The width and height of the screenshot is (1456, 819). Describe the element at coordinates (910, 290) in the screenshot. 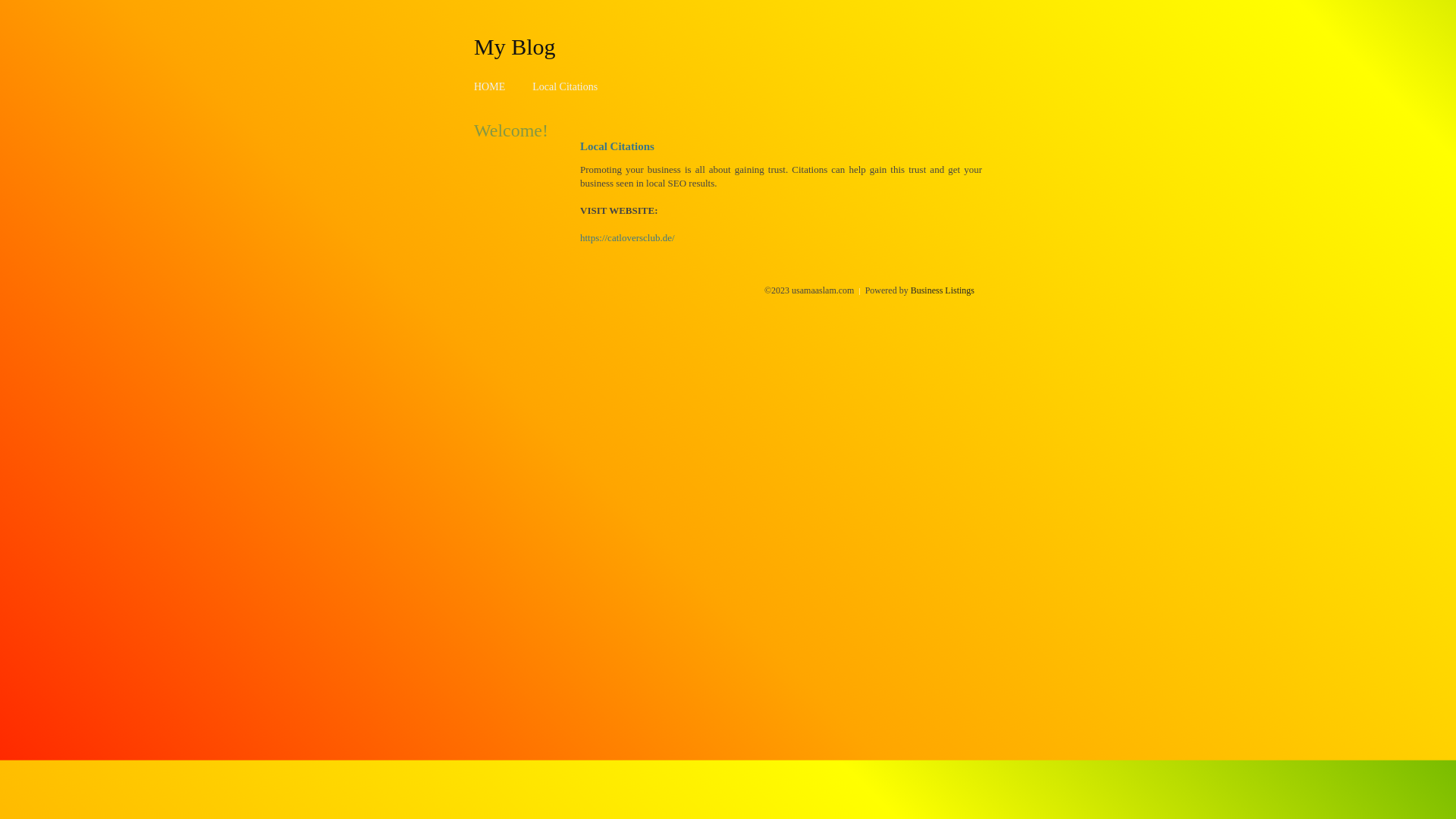

I see `'Business Listings'` at that location.